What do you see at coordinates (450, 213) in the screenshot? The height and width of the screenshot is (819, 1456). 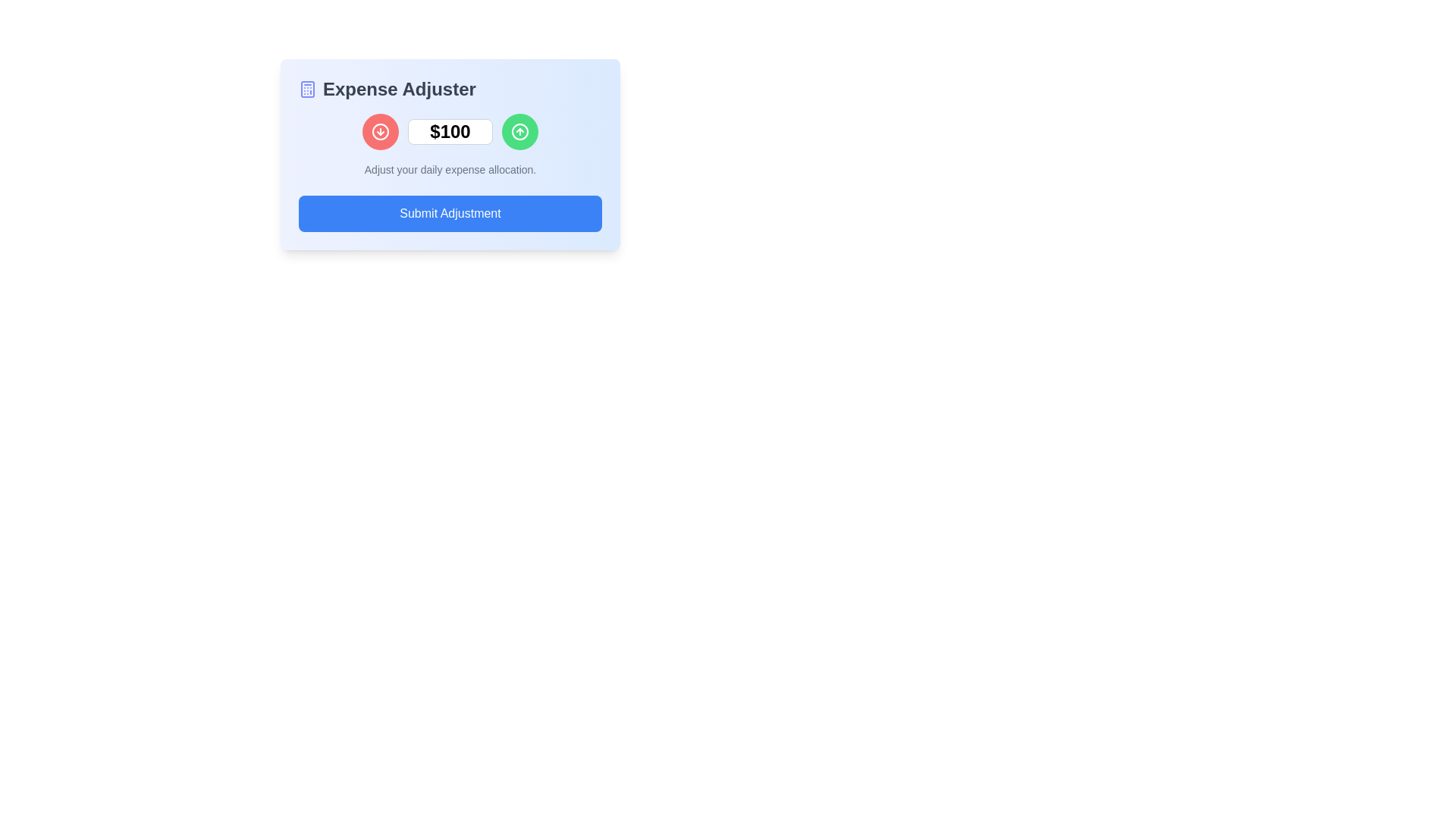 I see `the 'Submit Adjustment' button, which is a vibrant blue rectangular button with white text, located at the bottom of the 'Expense Adjuster' section` at bounding box center [450, 213].